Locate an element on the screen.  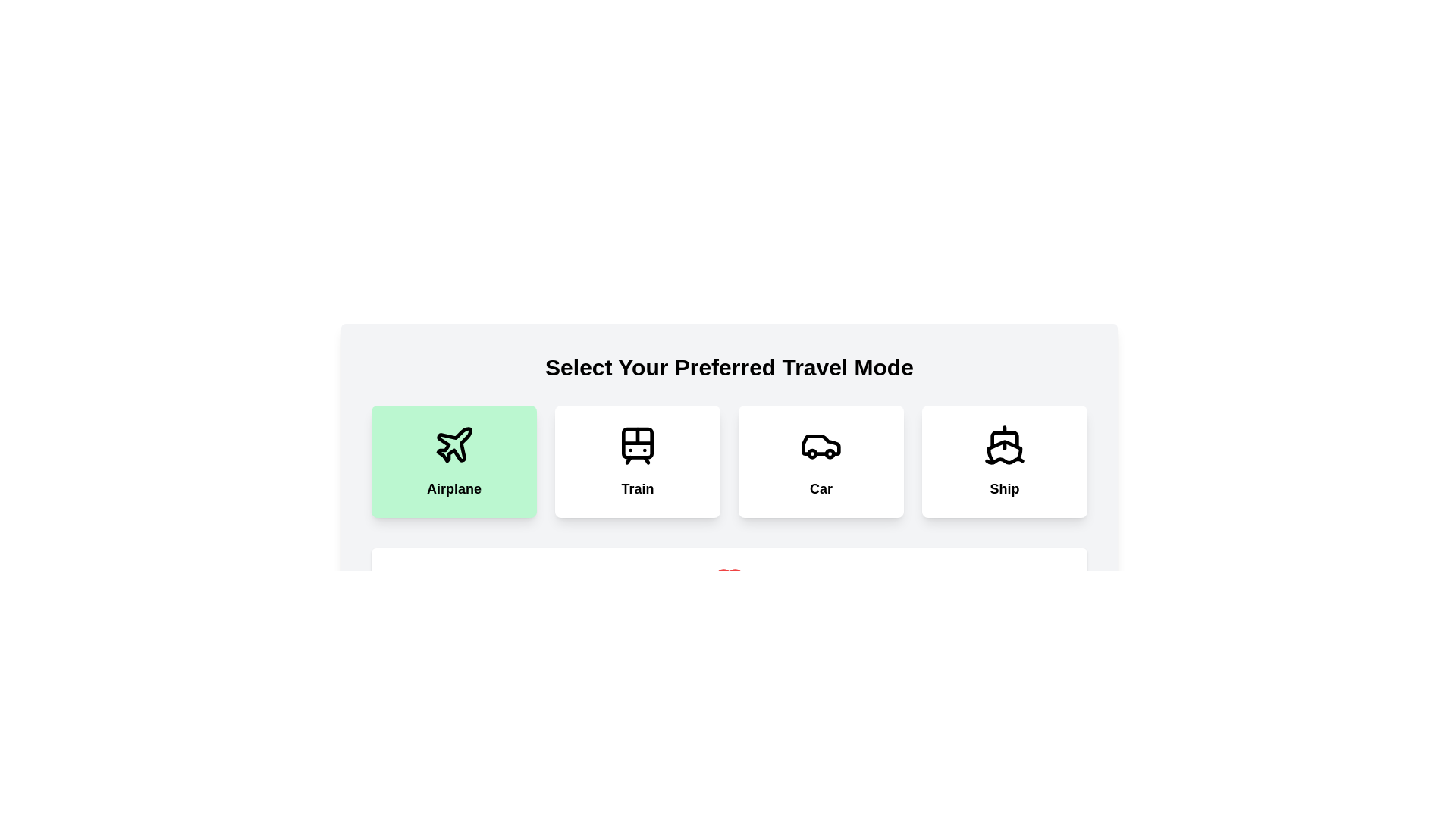
the text label 'Ship' which is positioned under the ship icon in the last card of a row of four travel mode cards is located at coordinates (1004, 488).